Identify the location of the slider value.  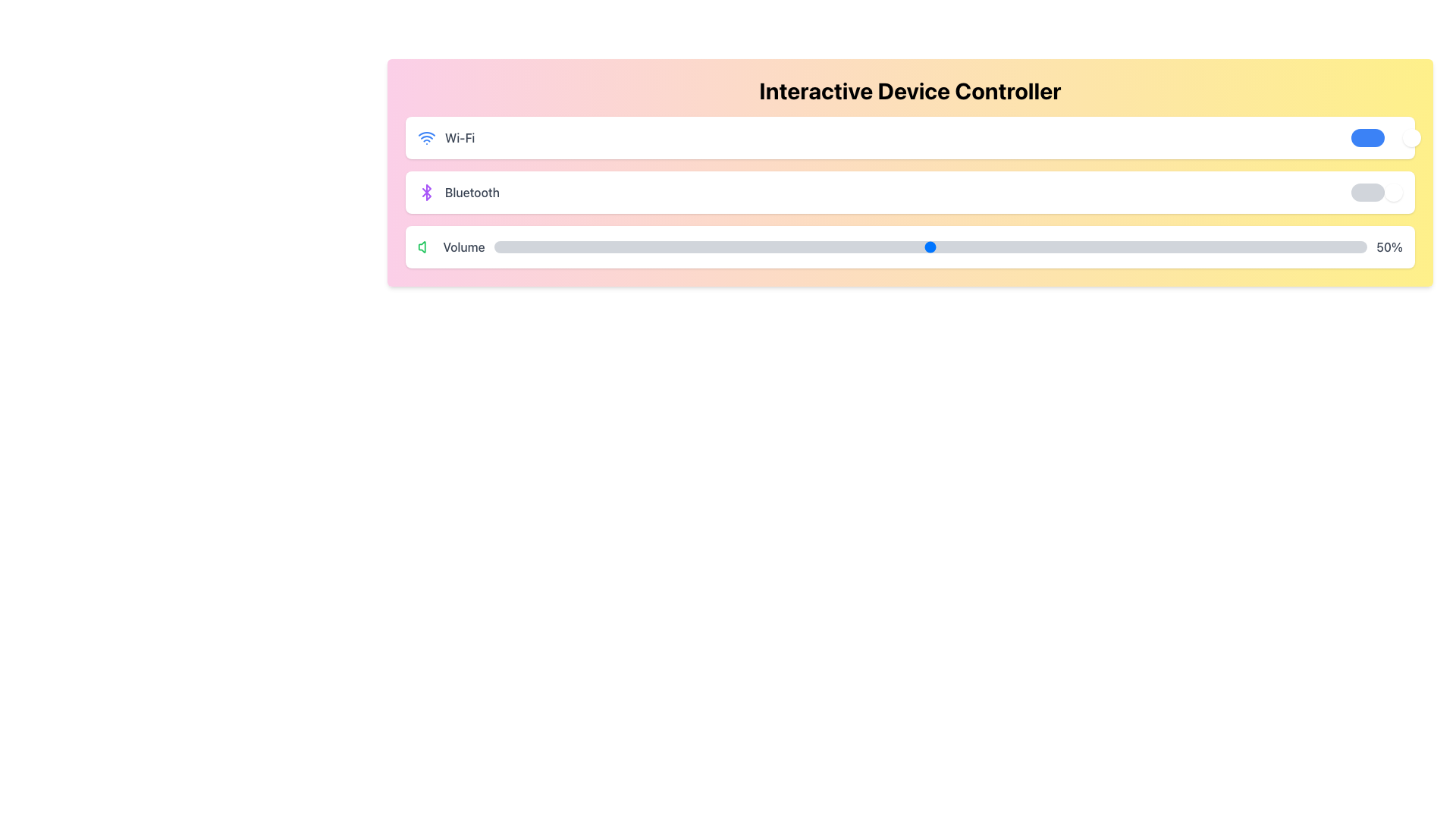
(711, 240).